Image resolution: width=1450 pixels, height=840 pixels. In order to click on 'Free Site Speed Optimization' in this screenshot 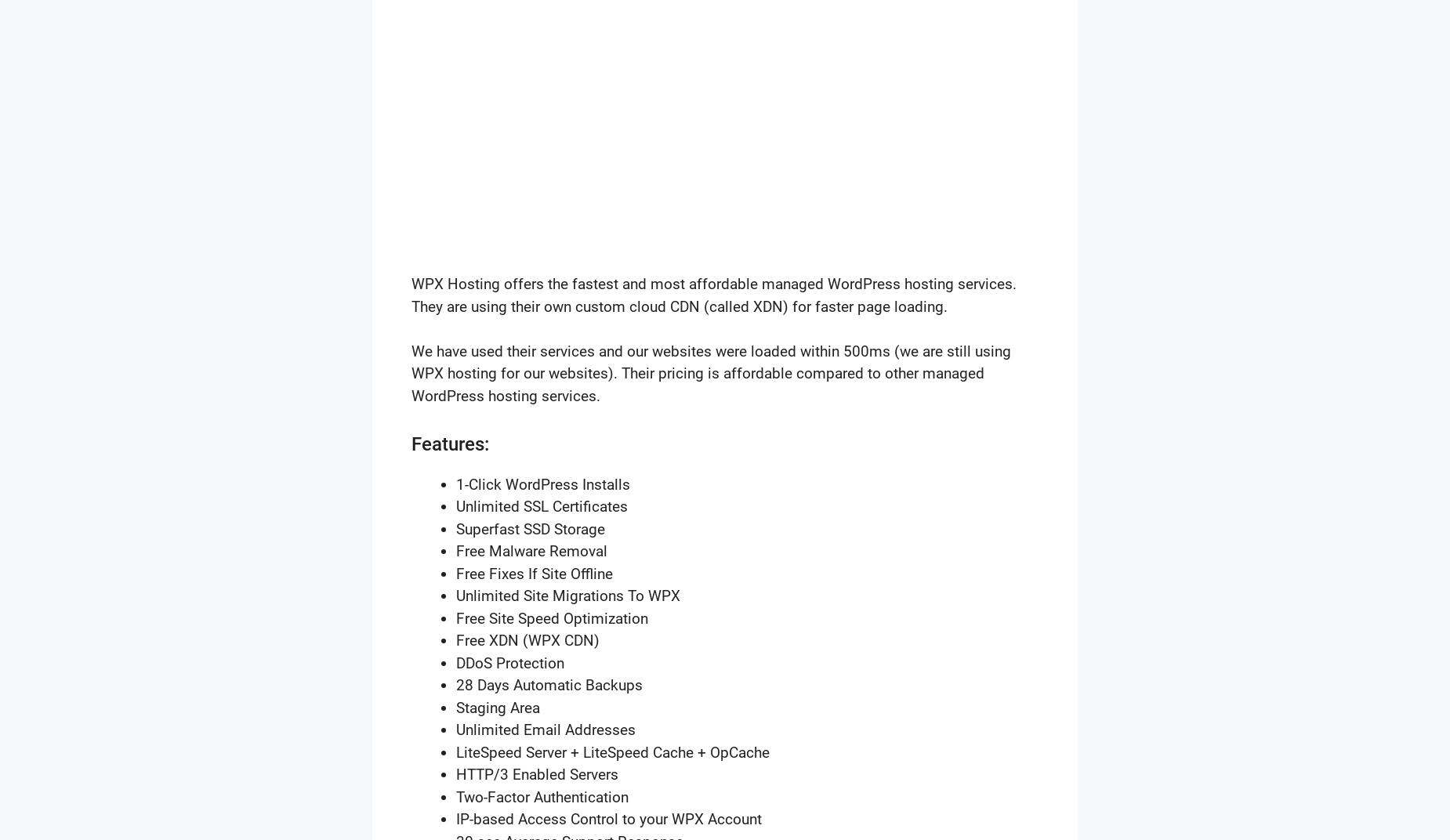, I will do `click(456, 617)`.